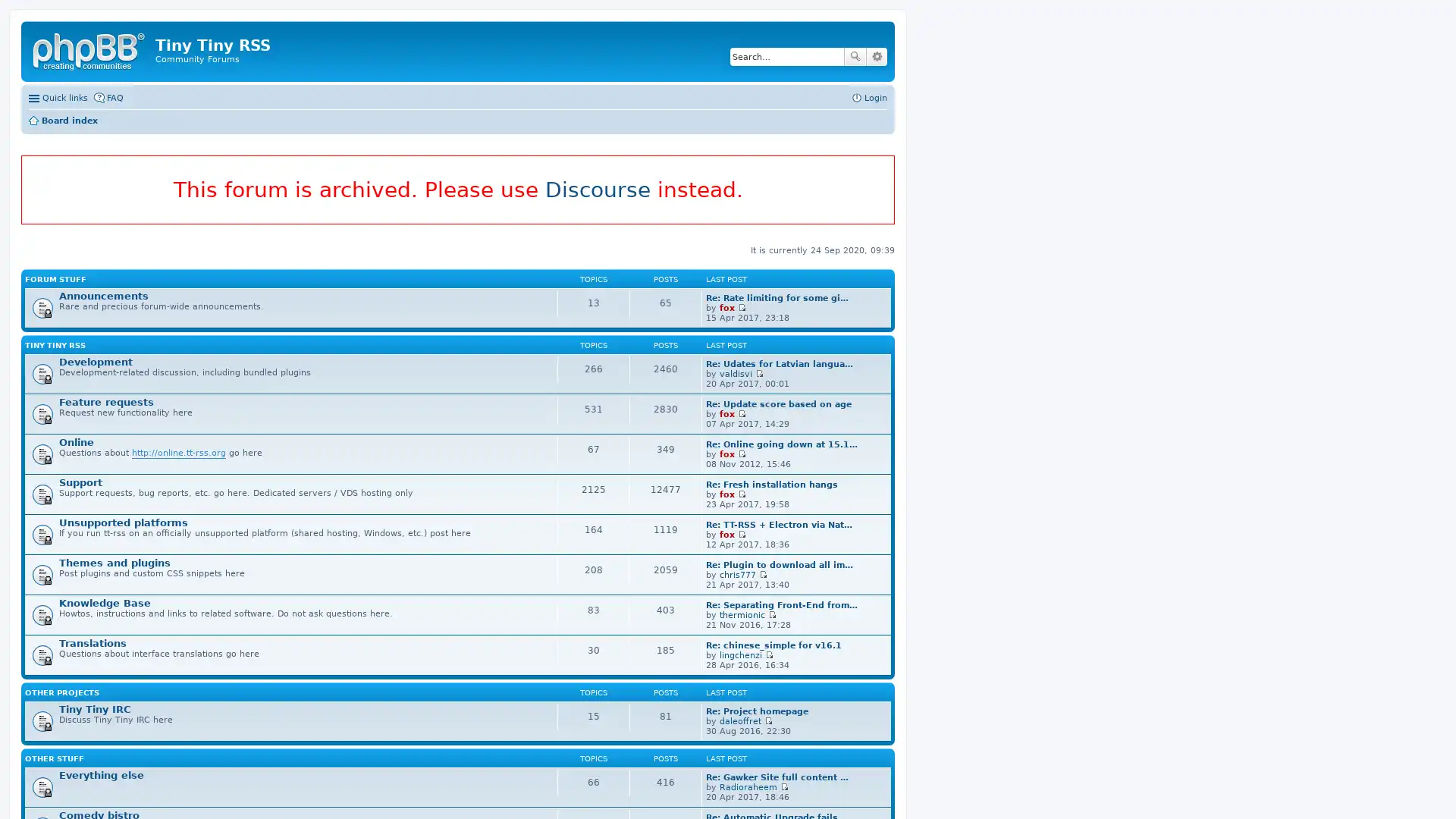 The image size is (1456, 819). What do you see at coordinates (855, 55) in the screenshot?
I see `Search` at bounding box center [855, 55].